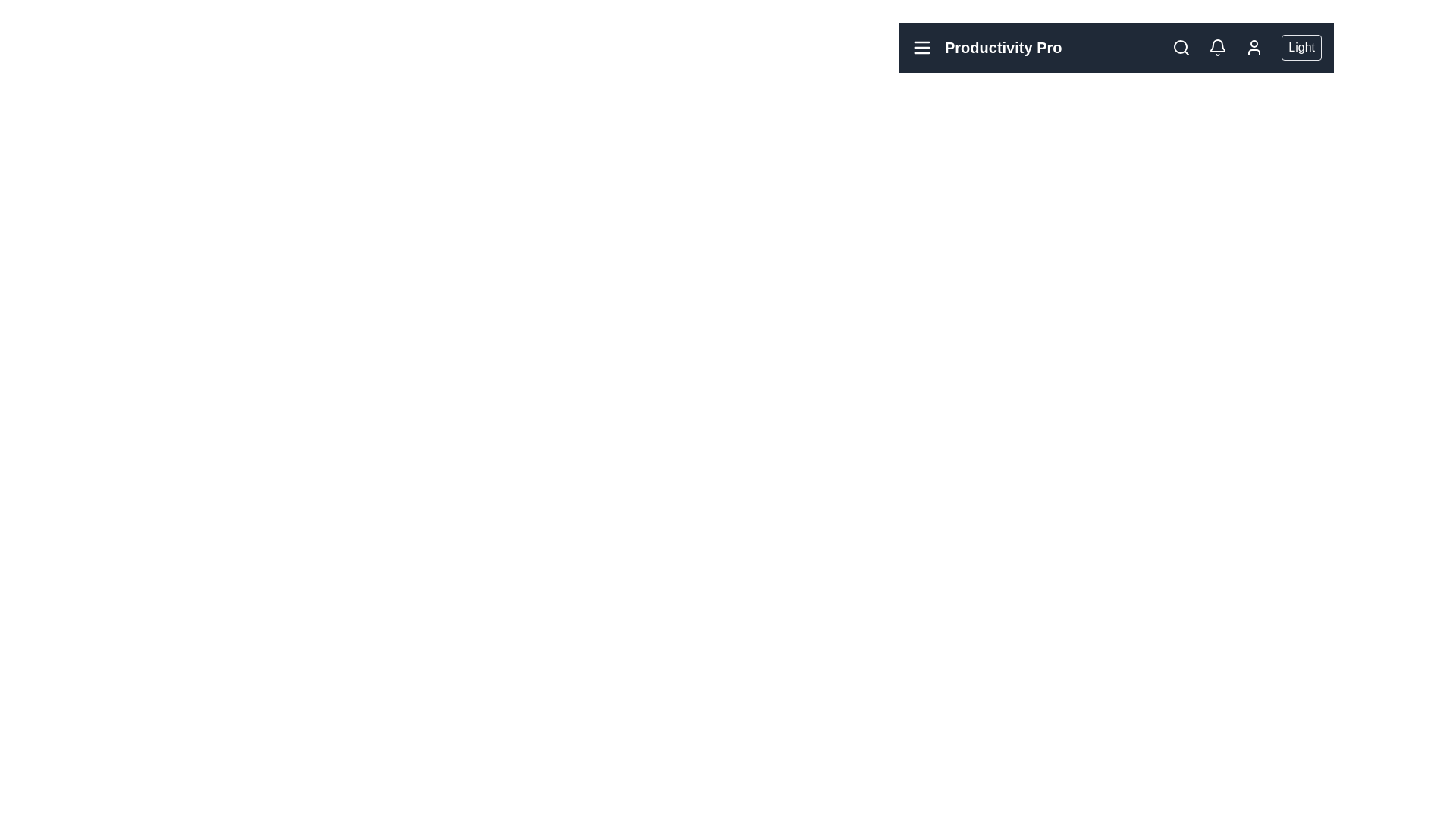 The image size is (1456, 819). I want to click on 'Light' button to toggle the mode, so click(1301, 46).